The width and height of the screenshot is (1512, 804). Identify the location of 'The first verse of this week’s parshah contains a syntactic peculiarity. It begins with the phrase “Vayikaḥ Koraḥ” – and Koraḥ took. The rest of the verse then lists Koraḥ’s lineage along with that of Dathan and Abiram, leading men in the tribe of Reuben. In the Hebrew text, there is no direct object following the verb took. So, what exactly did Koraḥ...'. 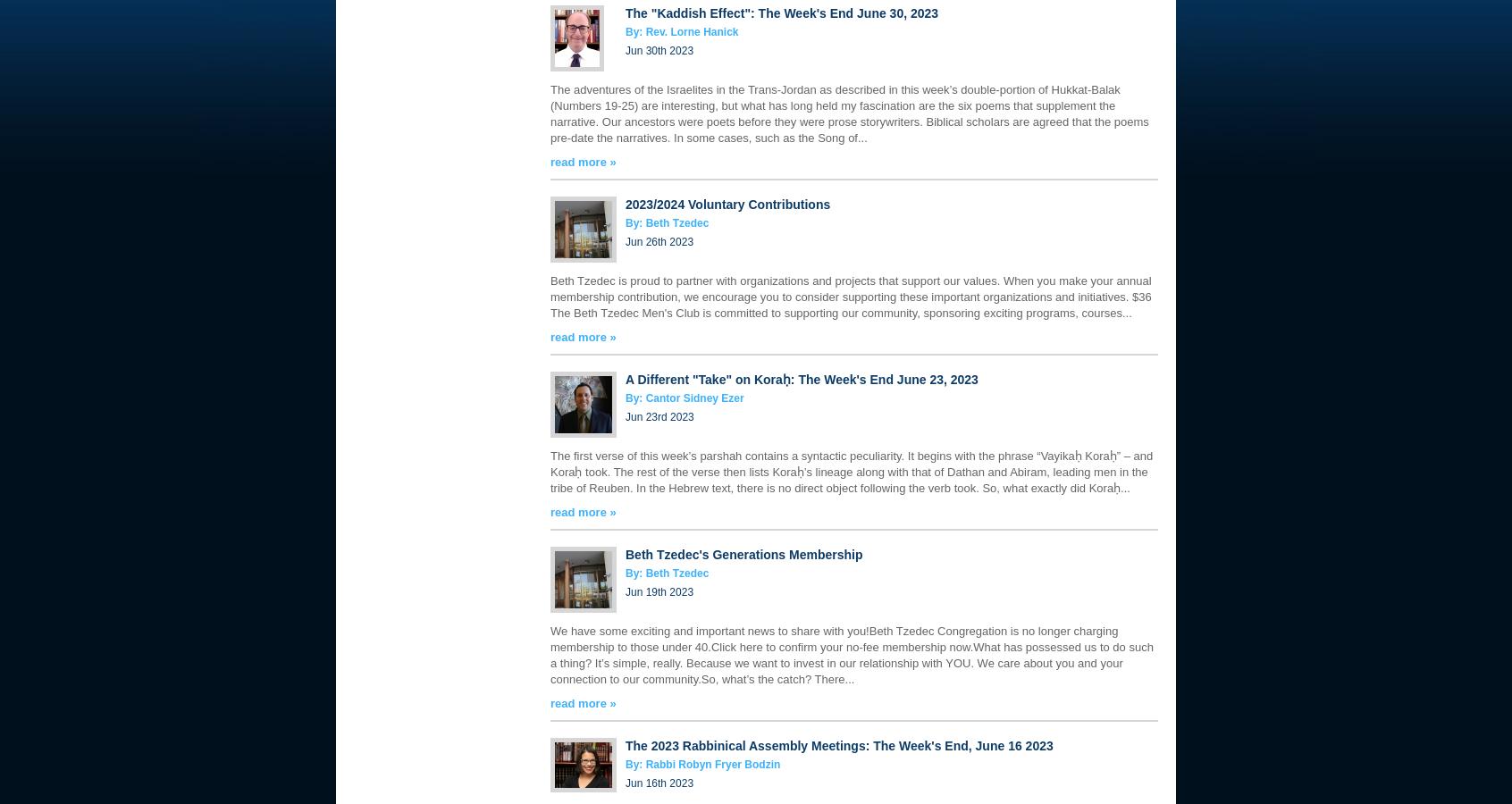
(851, 471).